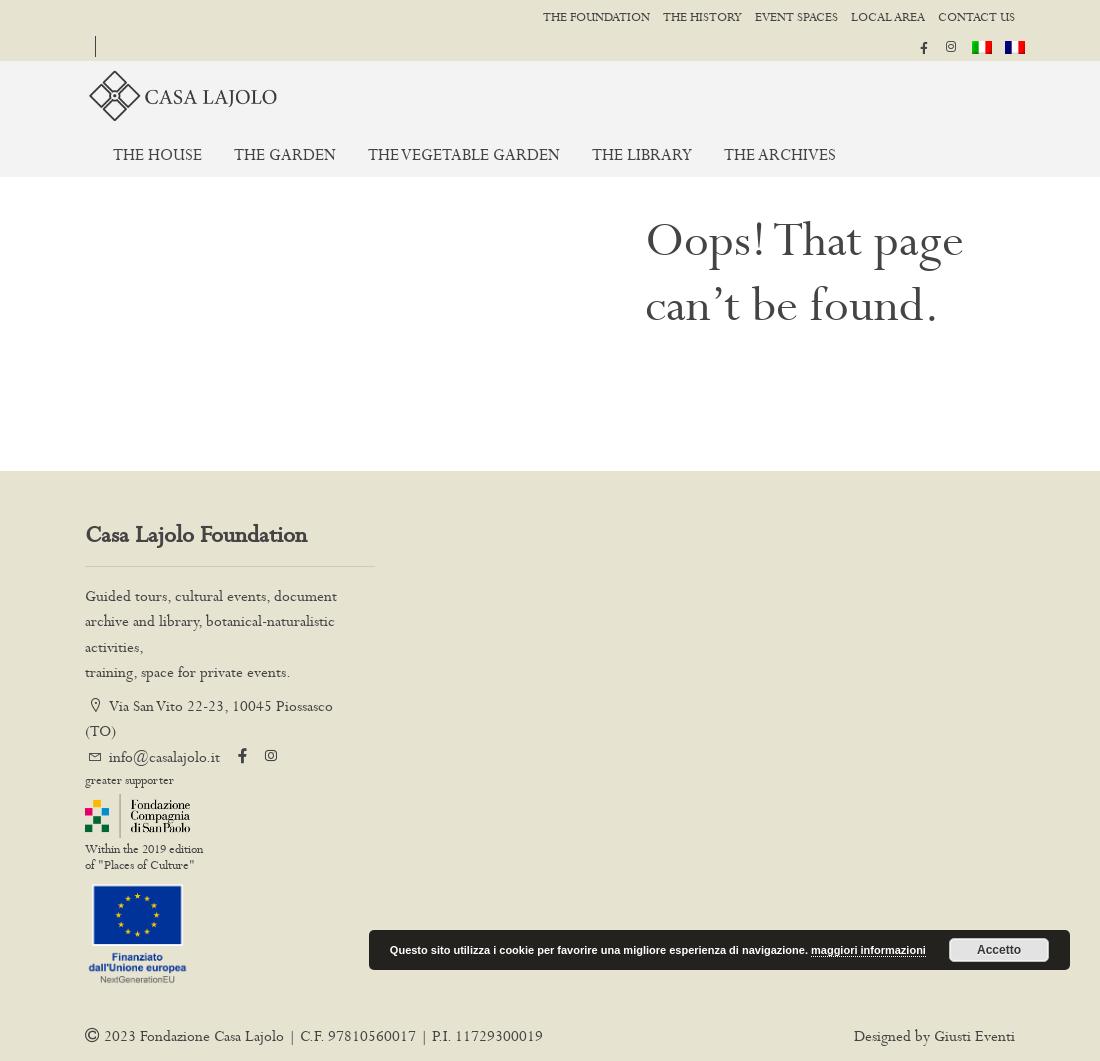 Image resolution: width=1100 pixels, height=1061 pixels. Describe the element at coordinates (156, 154) in the screenshot. I see `'The house'` at that location.